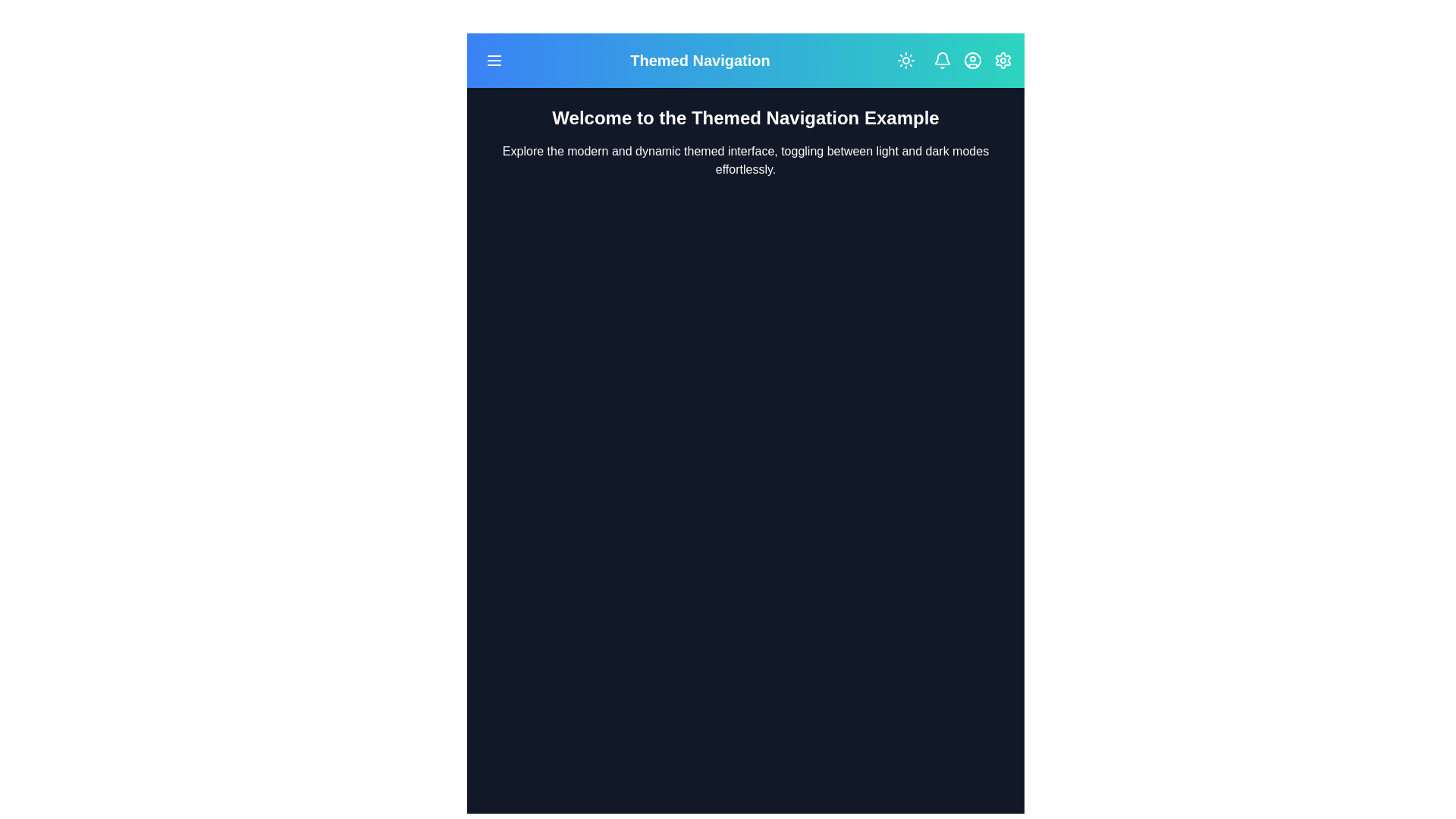 Image resolution: width=1456 pixels, height=819 pixels. I want to click on the menu button to open the menu, so click(494, 60).